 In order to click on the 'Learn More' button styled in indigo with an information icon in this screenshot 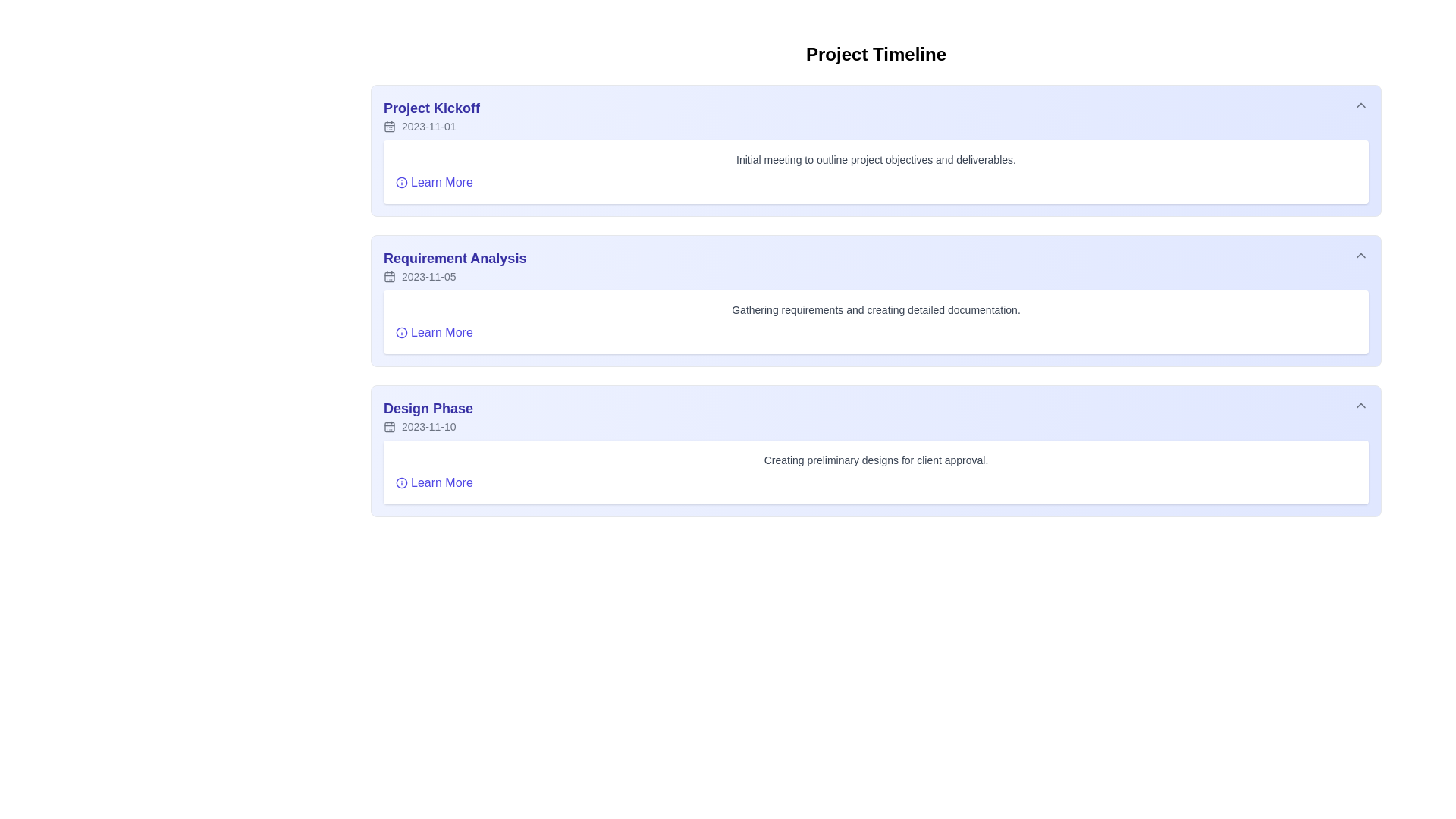, I will do `click(433, 181)`.